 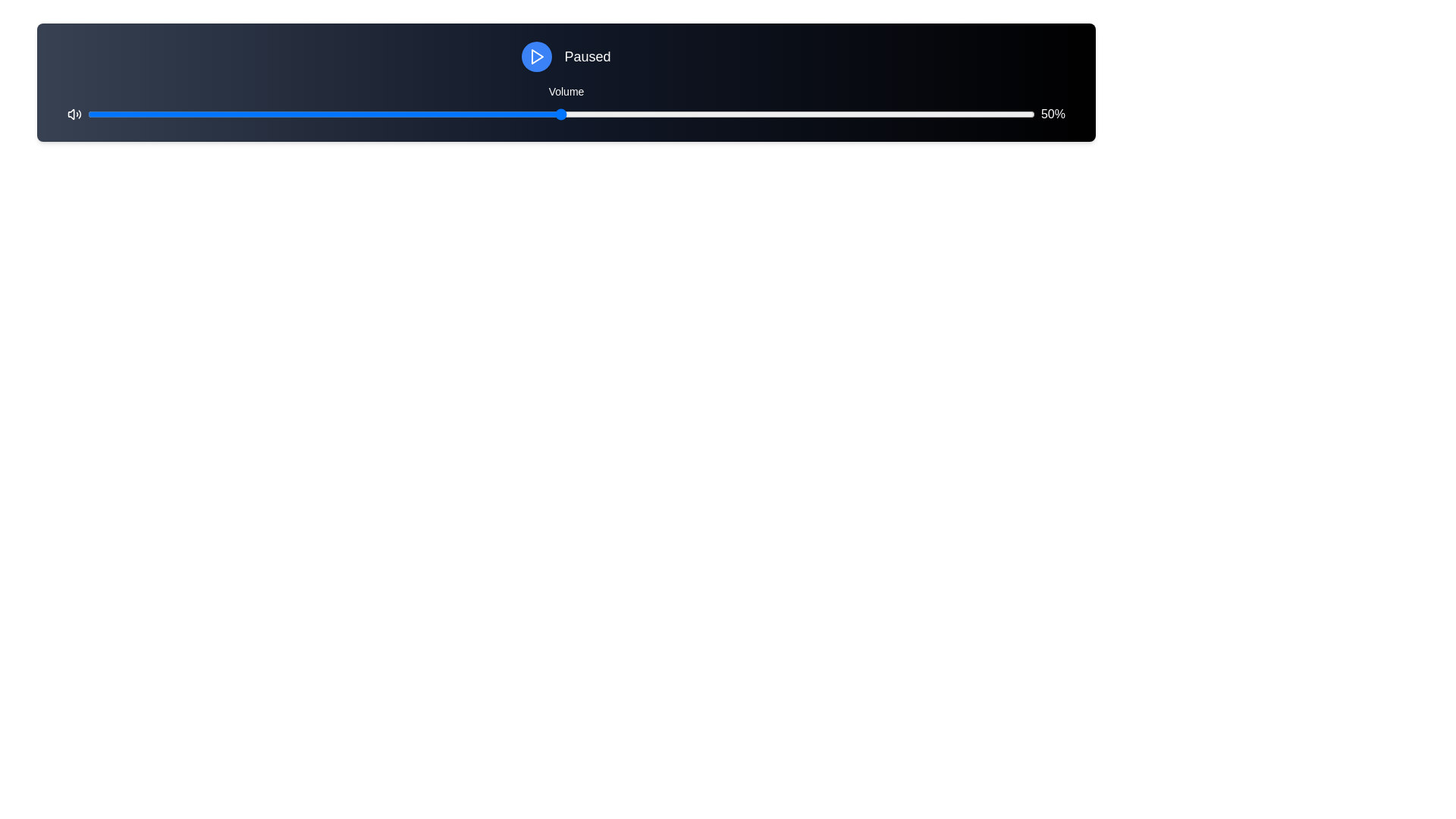 What do you see at coordinates (218, 113) in the screenshot?
I see `the volume` at bounding box center [218, 113].